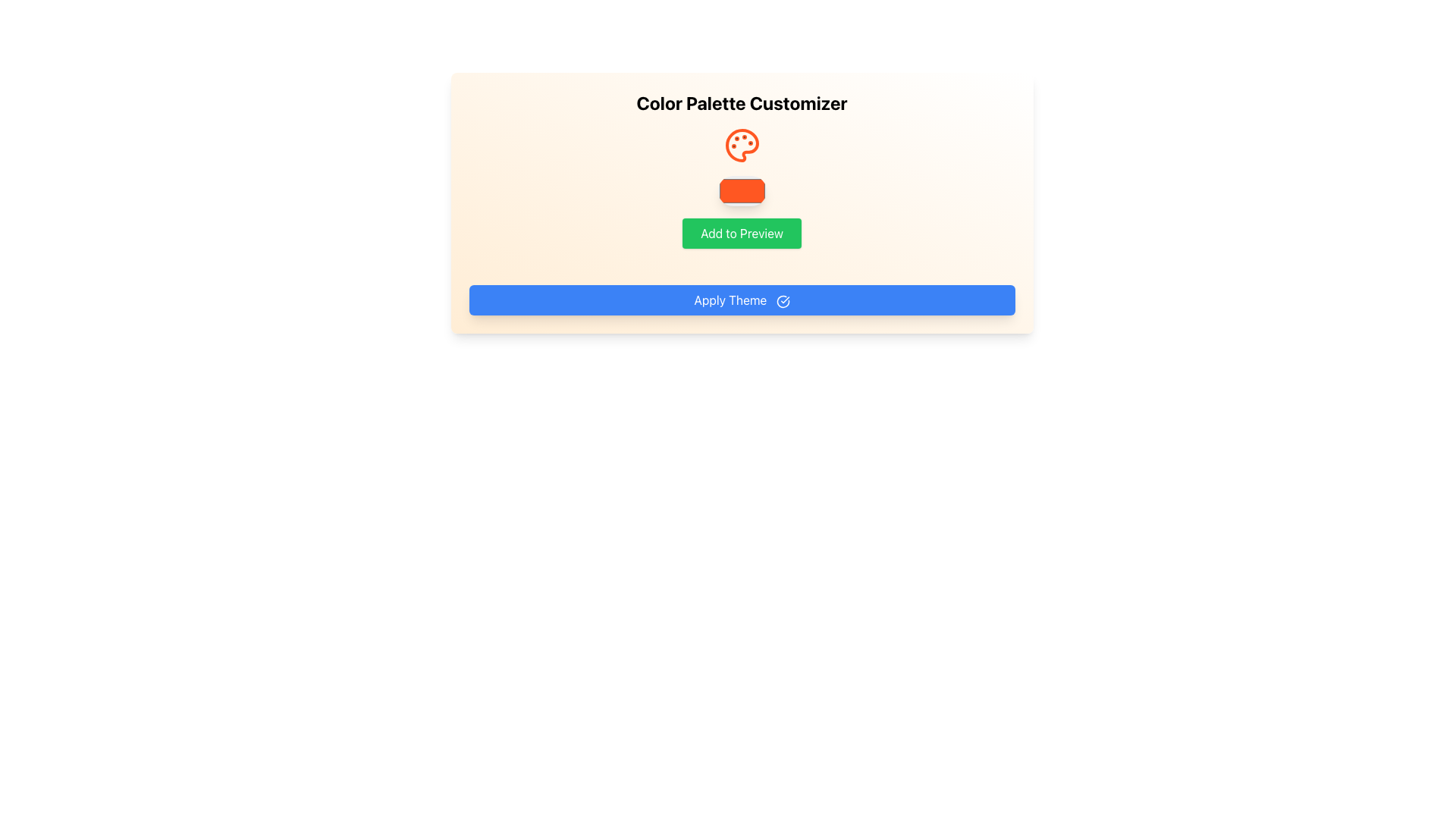  I want to click on the interactive color selection input, which is the second item among its siblings, so click(742, 190).